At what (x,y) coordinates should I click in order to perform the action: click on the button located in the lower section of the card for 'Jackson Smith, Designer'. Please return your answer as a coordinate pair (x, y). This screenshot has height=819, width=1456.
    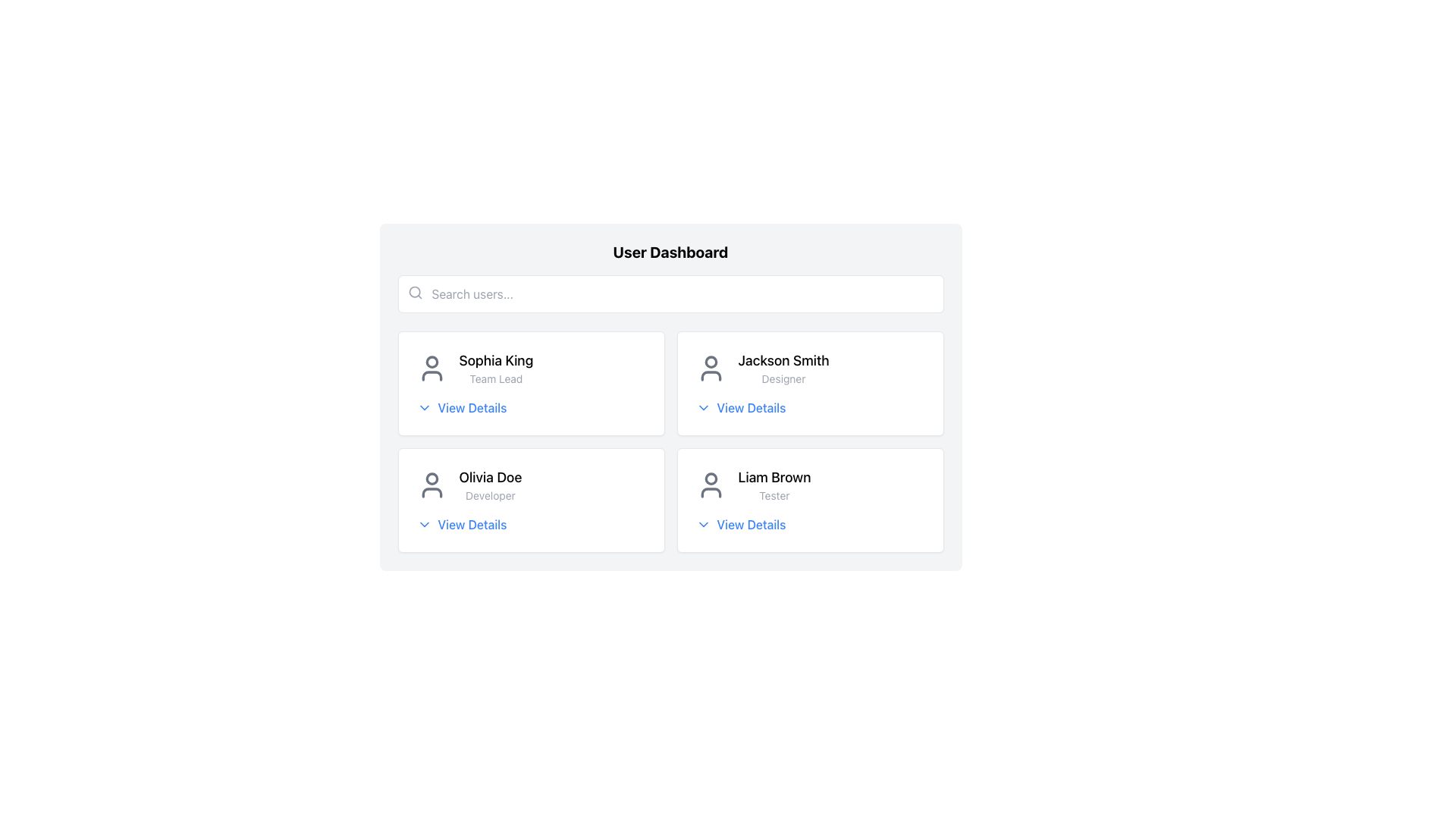
    Looking at the image, I should click on (741, 406).